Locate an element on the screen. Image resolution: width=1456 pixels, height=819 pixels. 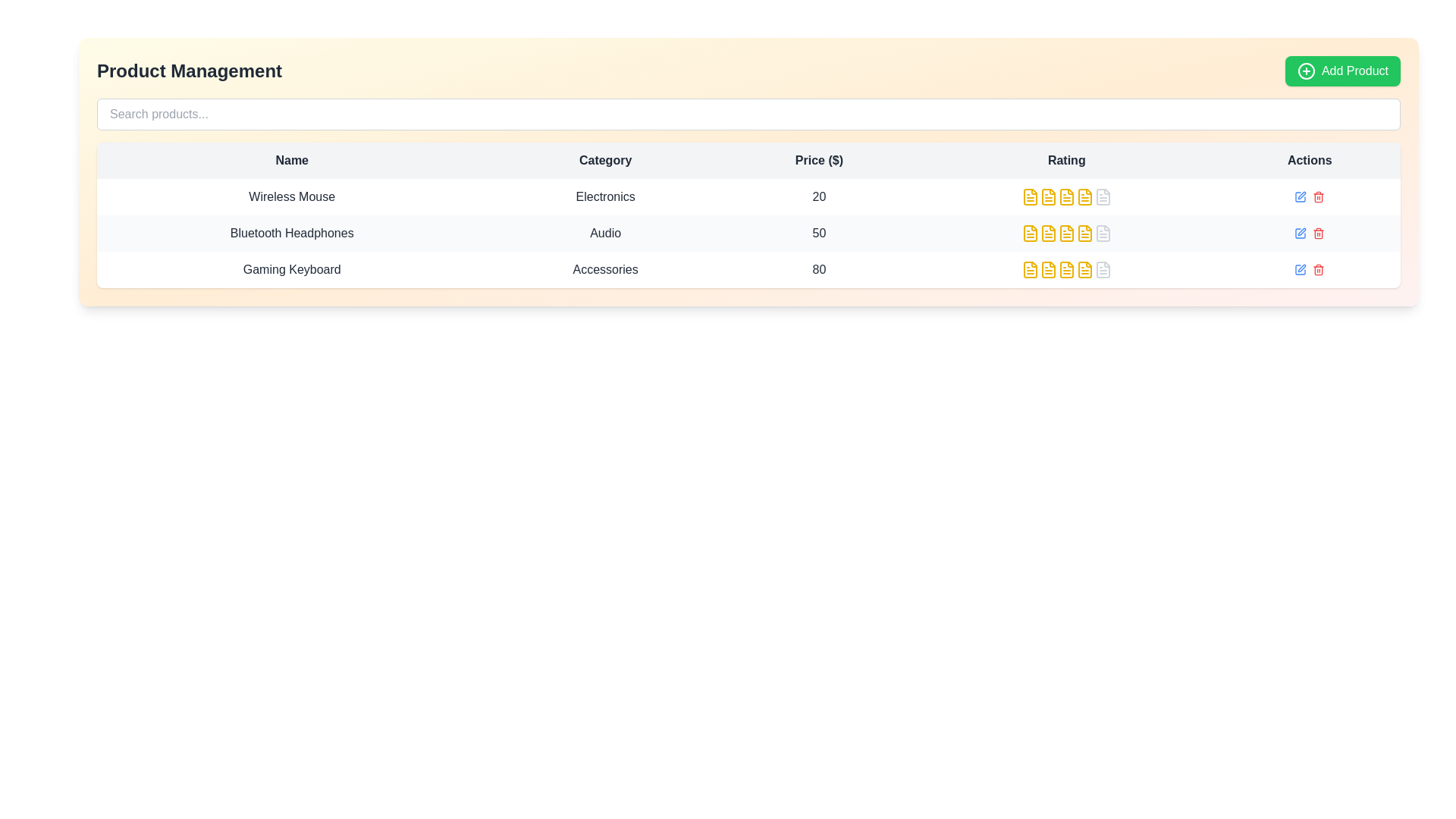
the edit icon (pen icon) in the 'Actions' column for the 'Bluetooth Headphones' product is located at coordinates (1301, 195).